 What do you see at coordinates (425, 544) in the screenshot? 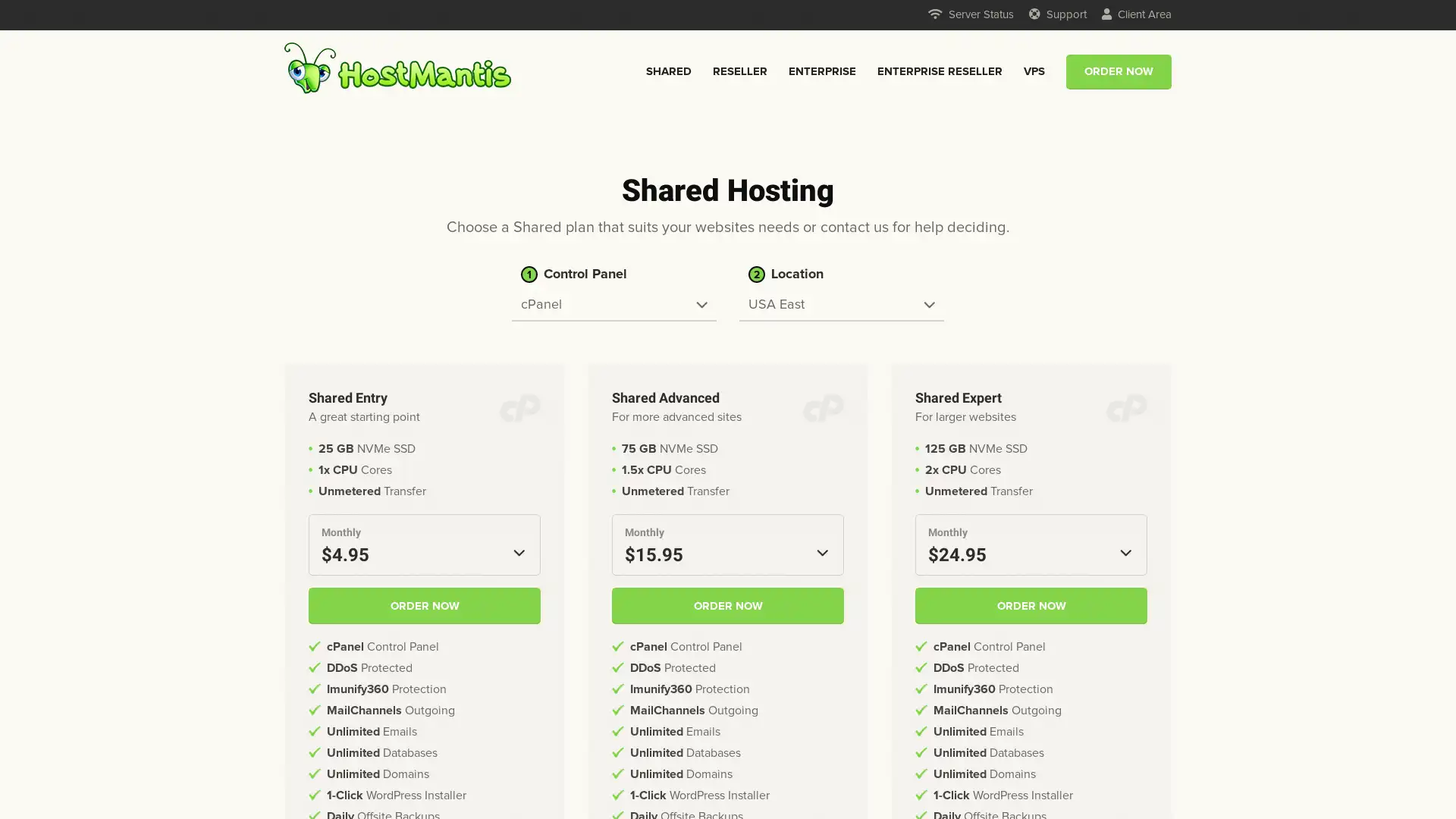
I see `Monthly $4.95` at bounding box center [425, 544].